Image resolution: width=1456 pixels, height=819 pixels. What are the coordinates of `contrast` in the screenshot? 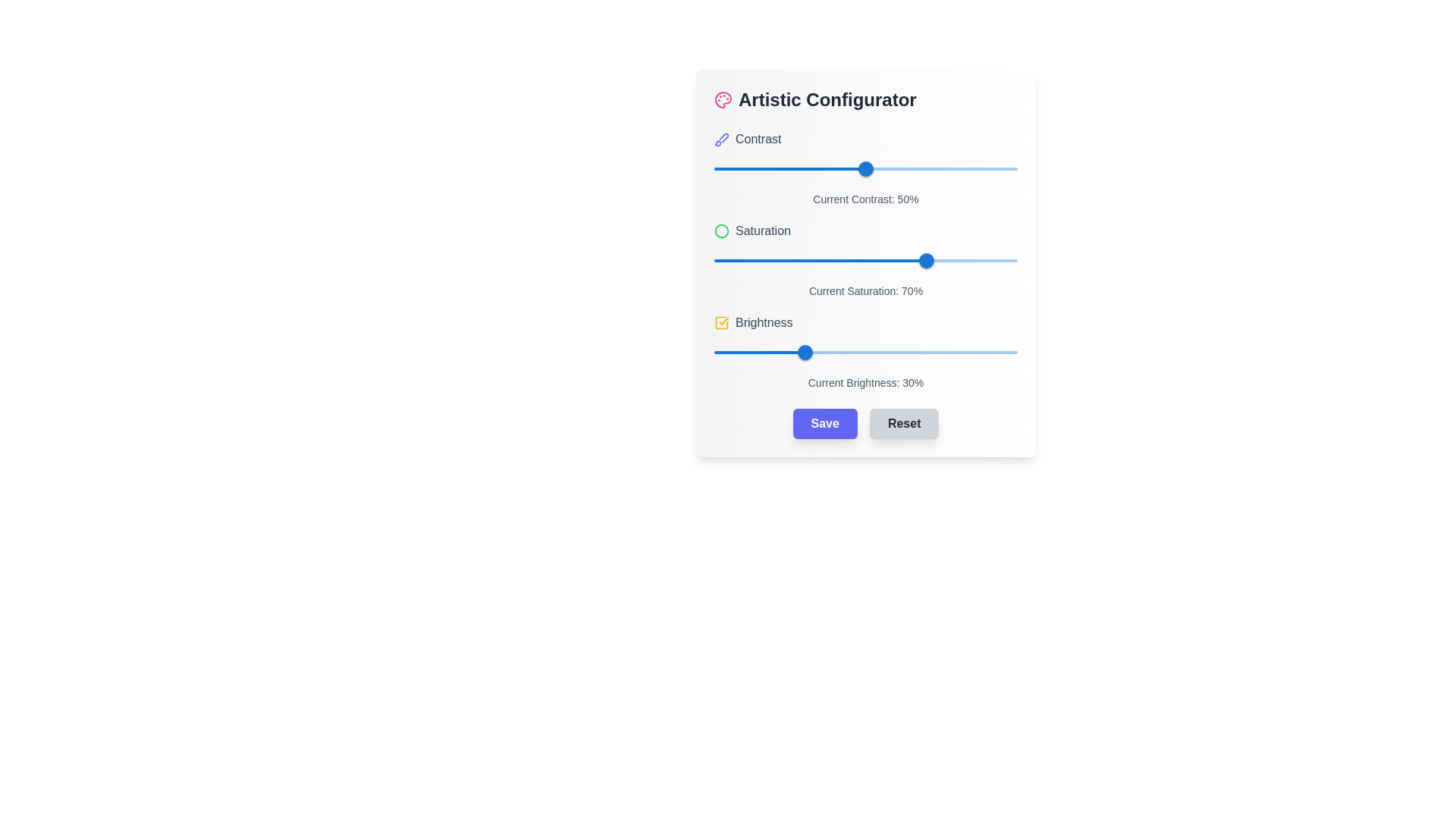 It's located at (778, 169).